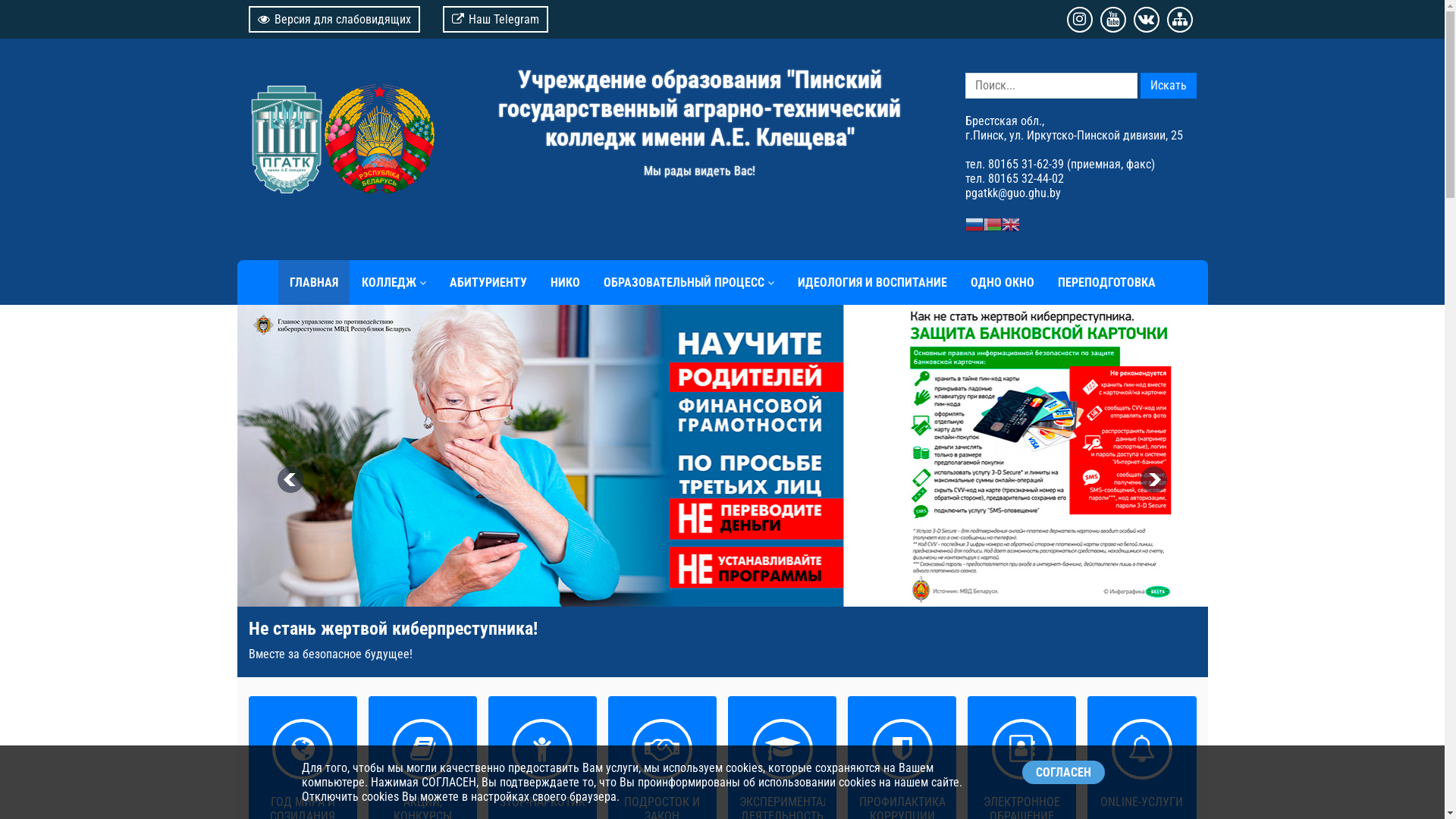 Image resolution: width=1456 pixels, height=819 pixels. Describe the element at coordinates (1009, 223) in the screenshot. I see `'English'` at that location.